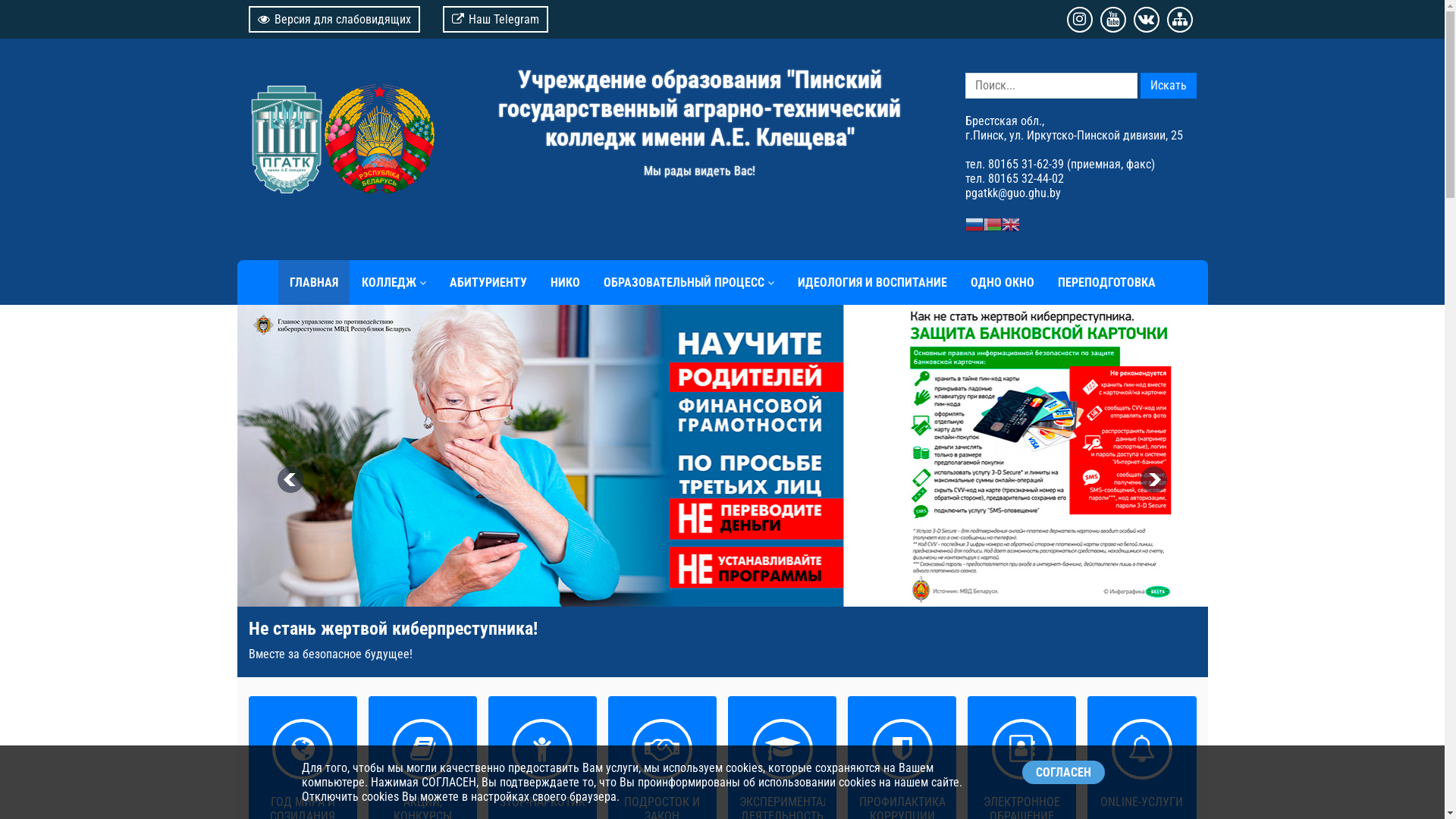 Image resolution: width=1456 pixels, height=819 pixels. Describe the element at coordinates (1009, 223) in the screenshot. I see `'English'` at that location.